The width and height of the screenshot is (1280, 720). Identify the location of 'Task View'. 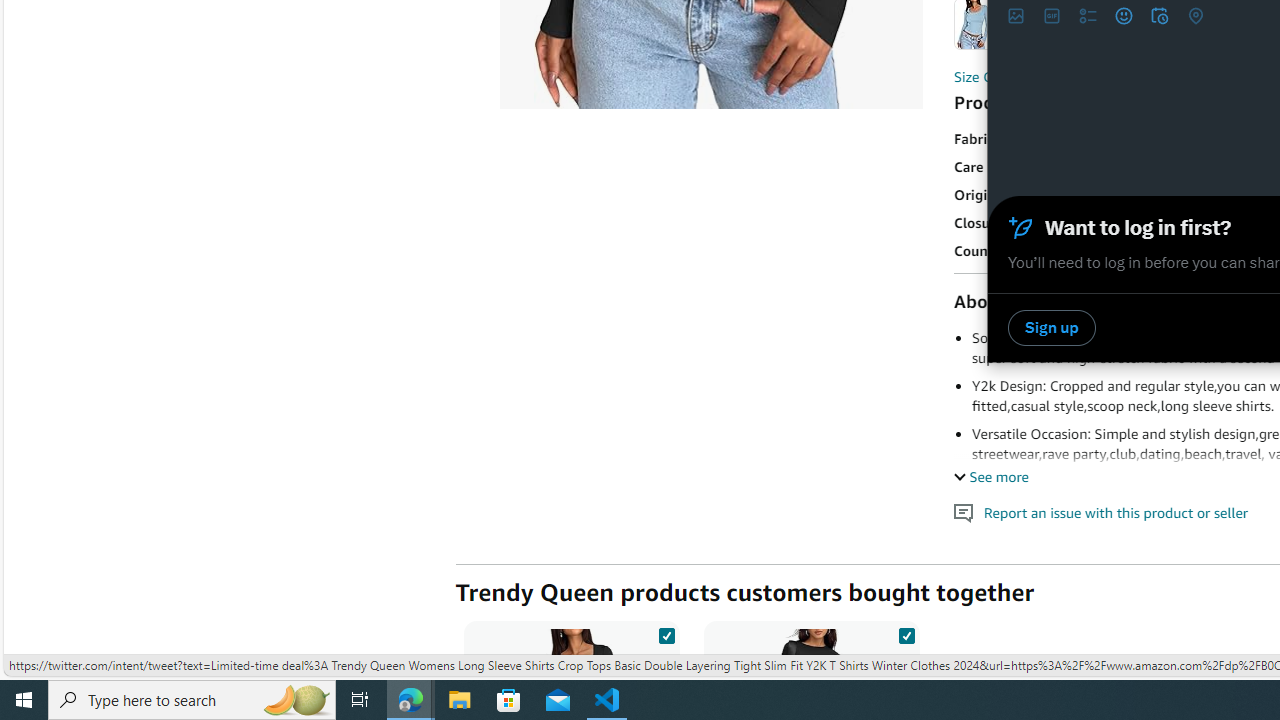
(359, 698).